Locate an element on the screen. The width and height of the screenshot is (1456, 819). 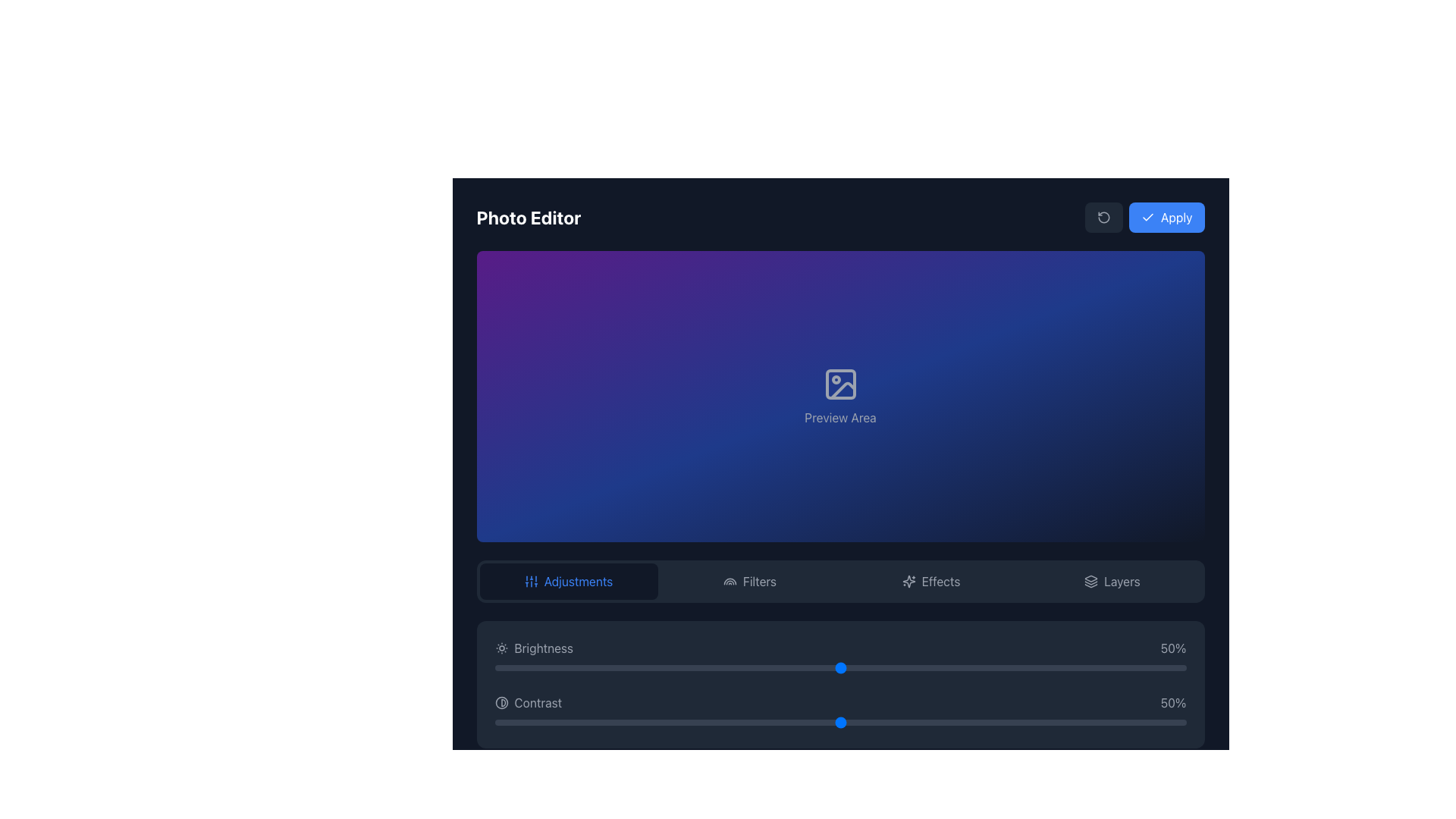
the circular icon with a thick border associated with contrast adjustment, located to the left of the 'Contrast' label in the photo editor interface is located at coordinates (501, 702).